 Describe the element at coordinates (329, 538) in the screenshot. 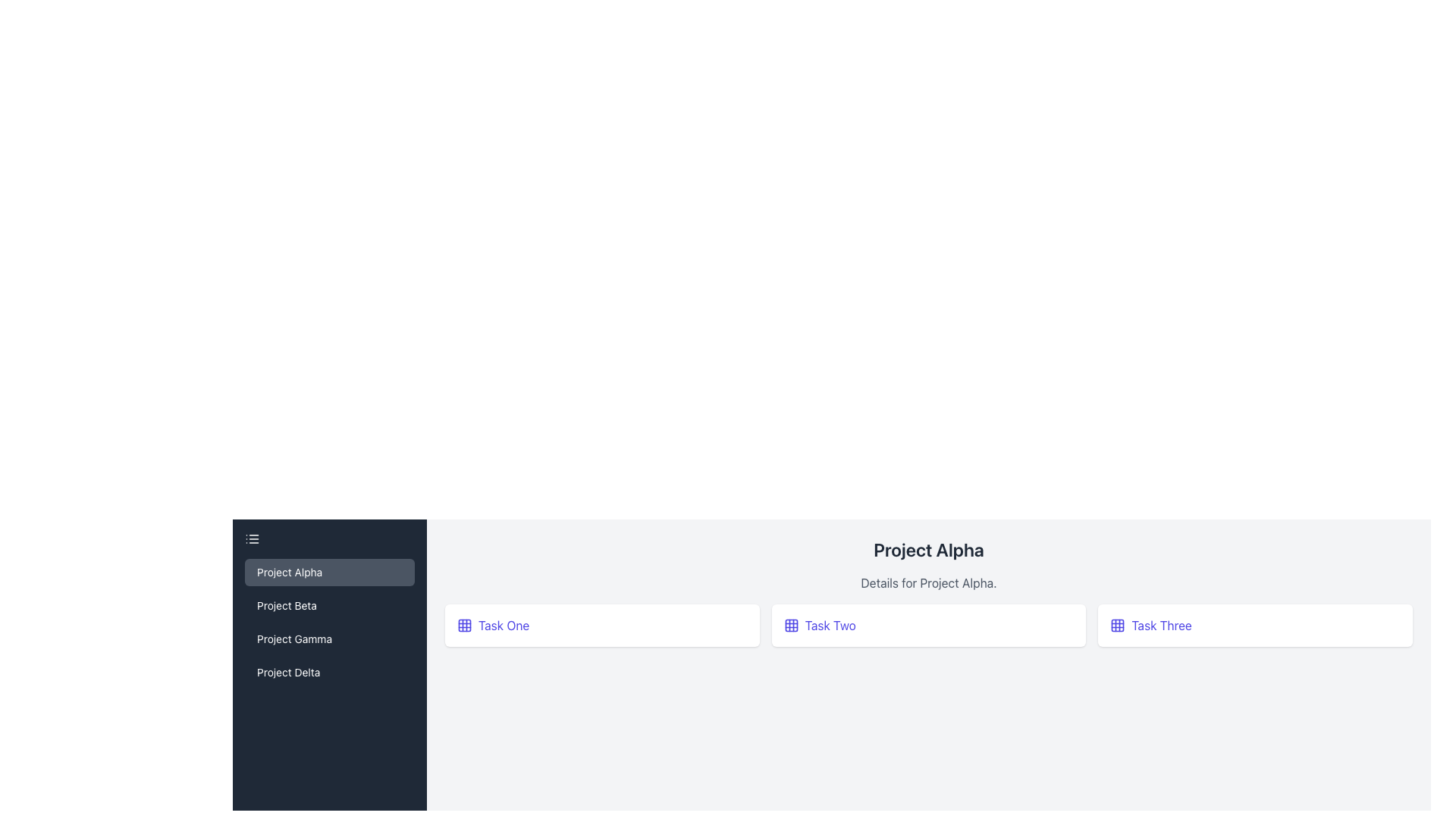

I see `the menu toggler button located at the top of the vertical side menu panel` at that location.